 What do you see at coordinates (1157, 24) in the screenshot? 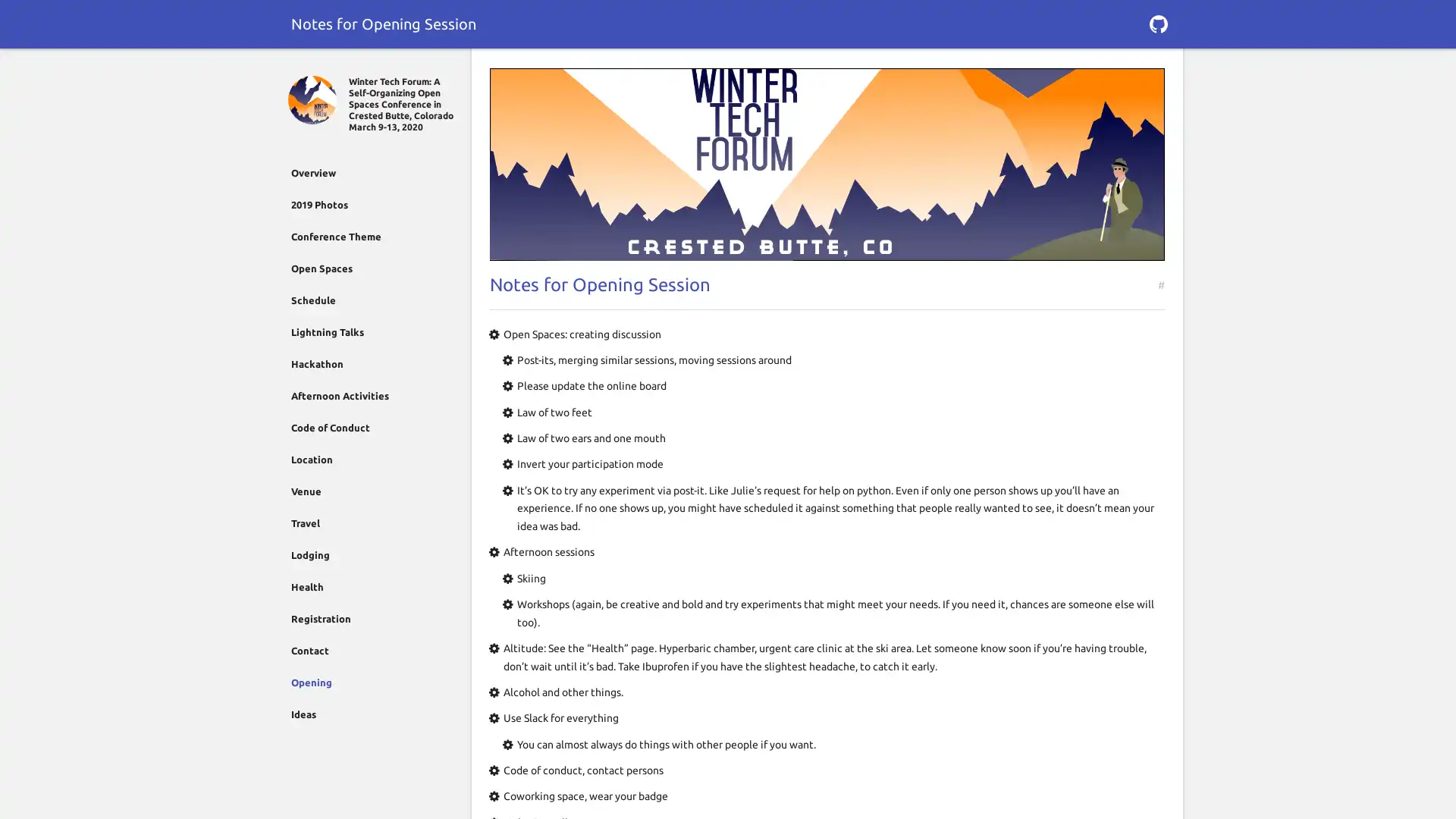
I see `GitHub` at bounding box center [1157, 24].